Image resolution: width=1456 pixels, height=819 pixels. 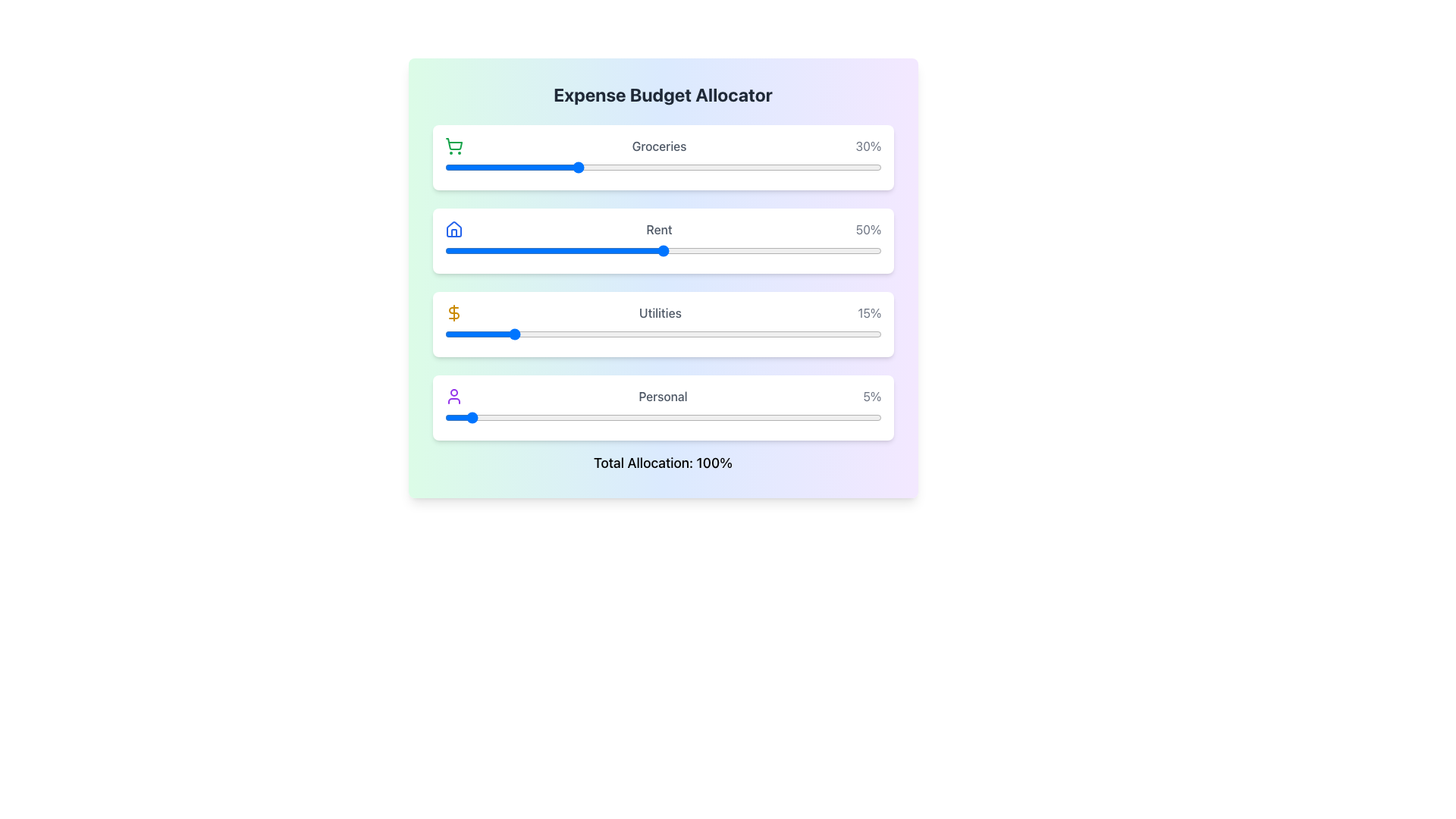 What do you see at coordinates (663, 312) in the screenshot?
I see `the 'Utilities' text label displaying '15%' within the budgeting interface, which is the third element in a series of category labels` at bounding box center [663, 312].